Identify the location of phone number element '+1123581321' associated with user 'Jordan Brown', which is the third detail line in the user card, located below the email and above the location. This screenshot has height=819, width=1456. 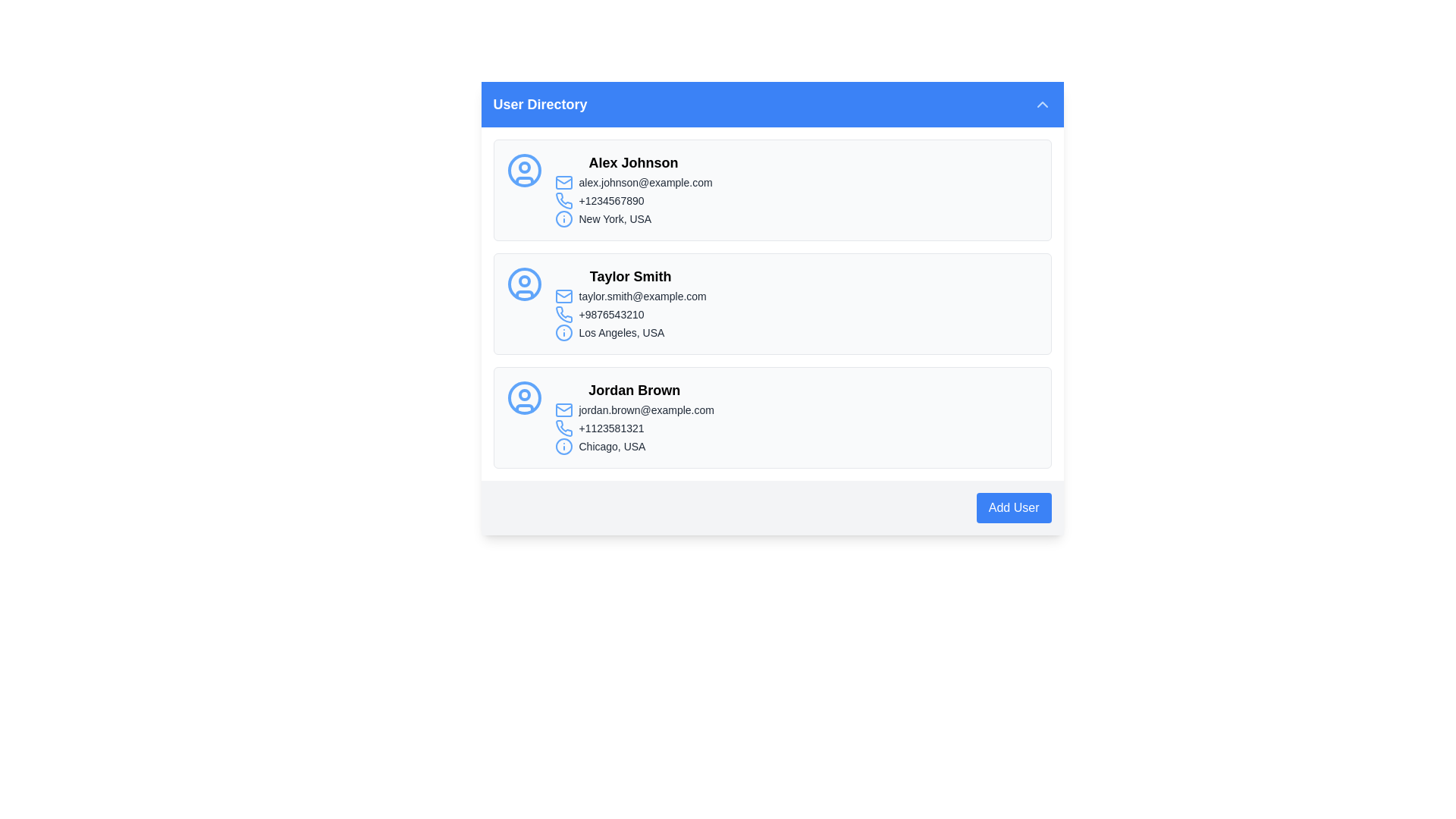
(634, 428).